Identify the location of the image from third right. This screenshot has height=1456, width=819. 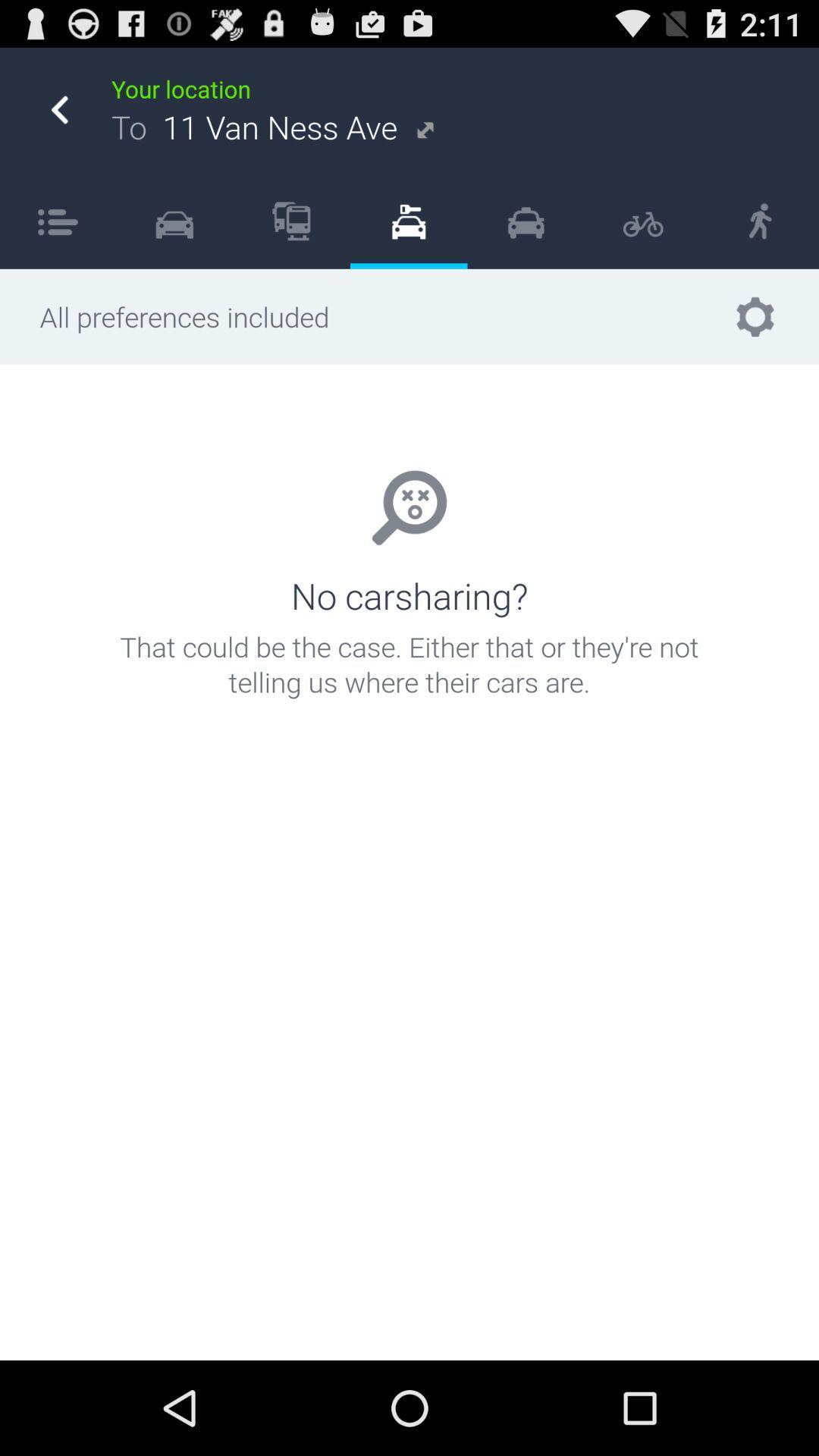
(526, 221).